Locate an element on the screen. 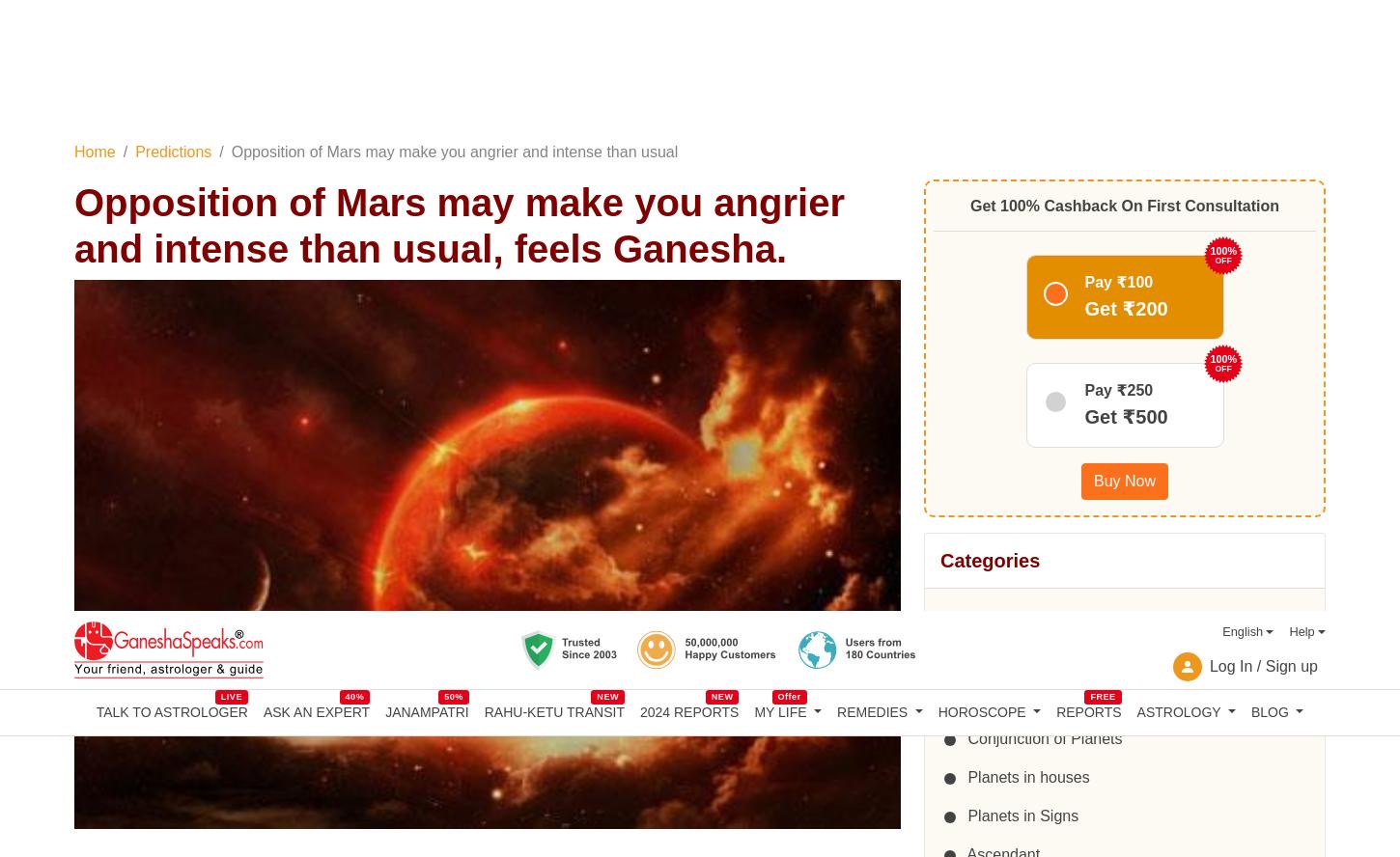  'TALK TO ASTROLOGER' is located at coordinates (96, 98).